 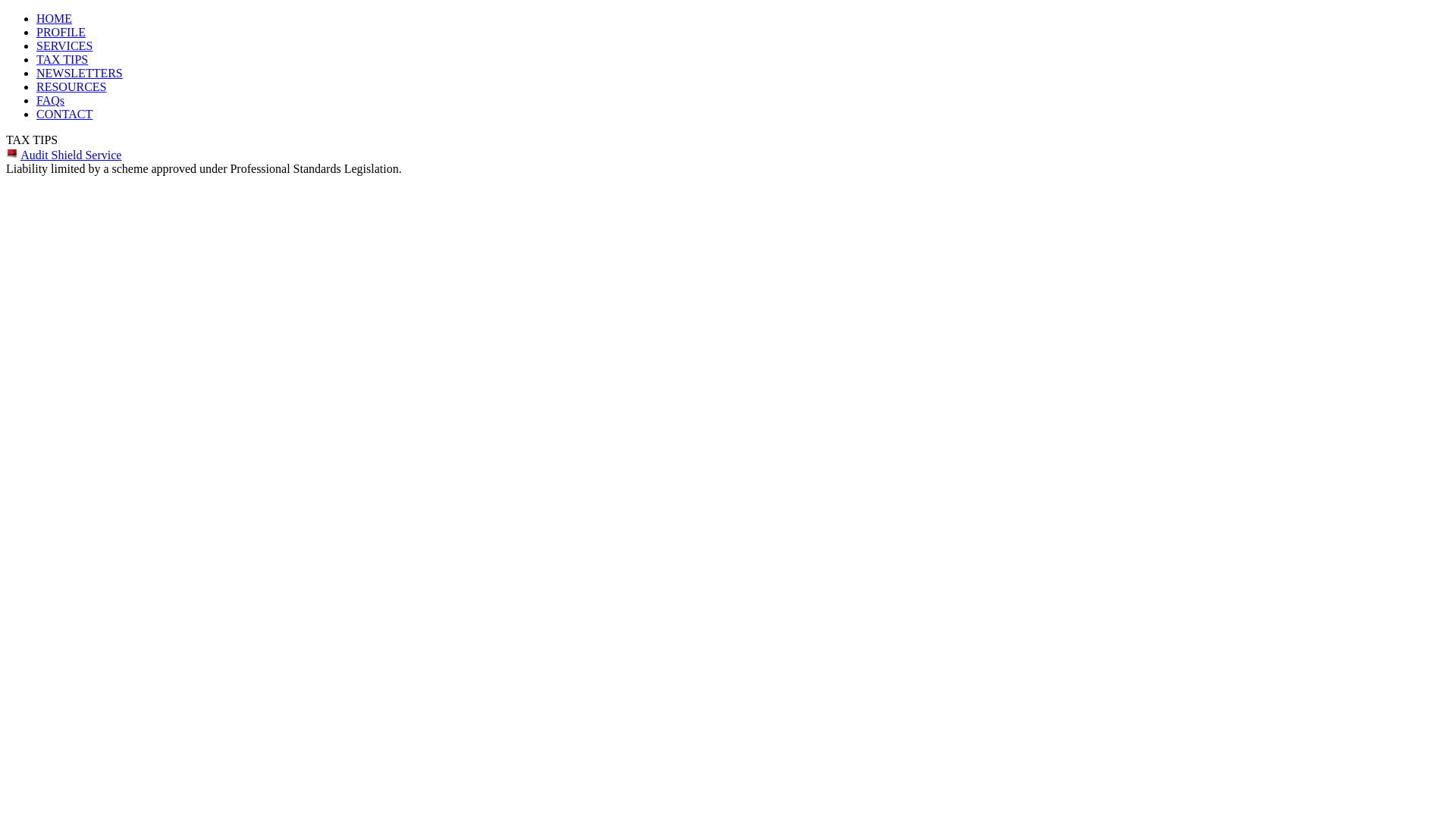 I want to click on 'SERVICES', so click(x=64, y=45).